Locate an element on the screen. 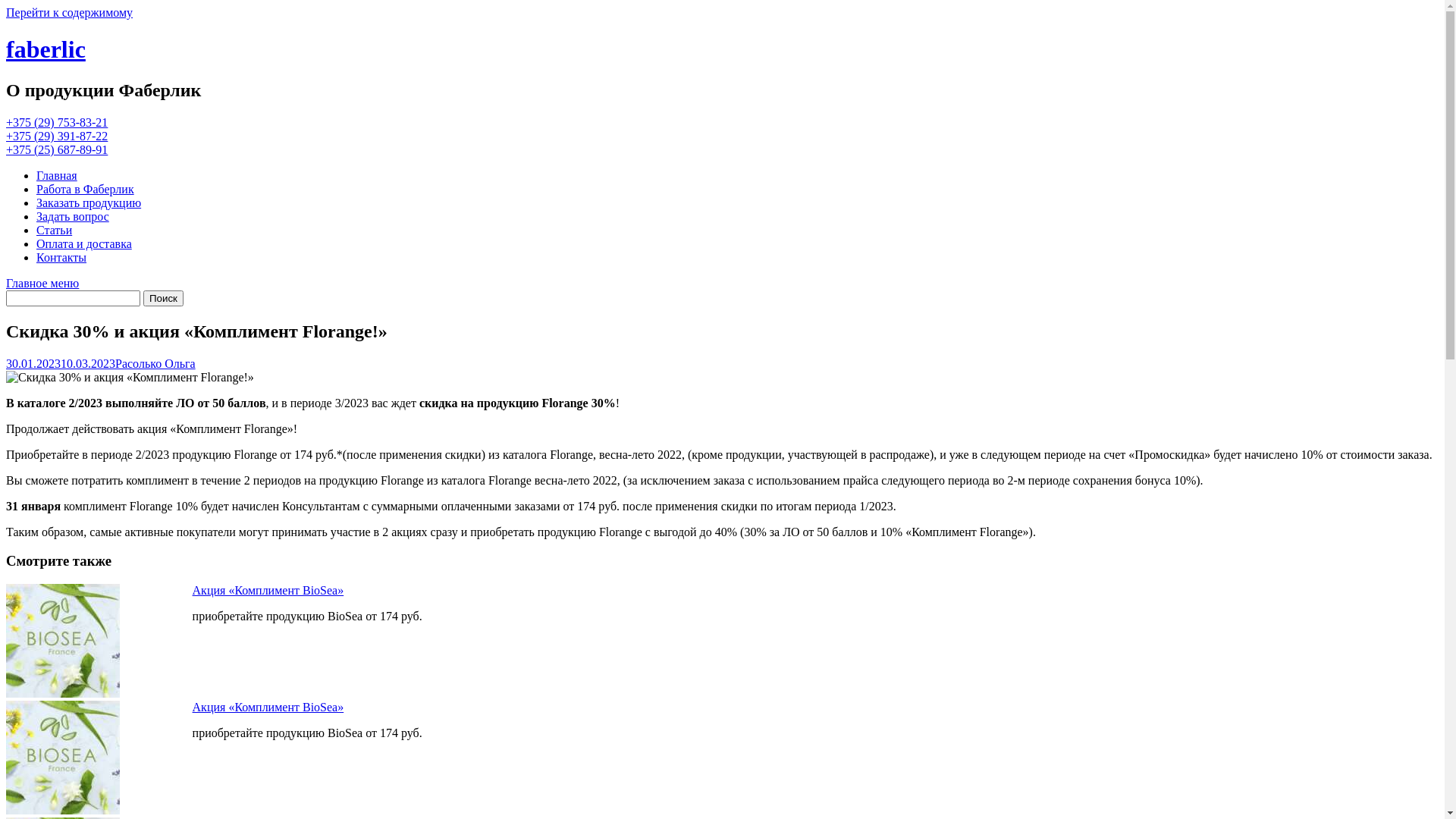 This screenshot has height=819, width=1456. '+375 (25) 687-89-91' is located at coordinates (57, 149).